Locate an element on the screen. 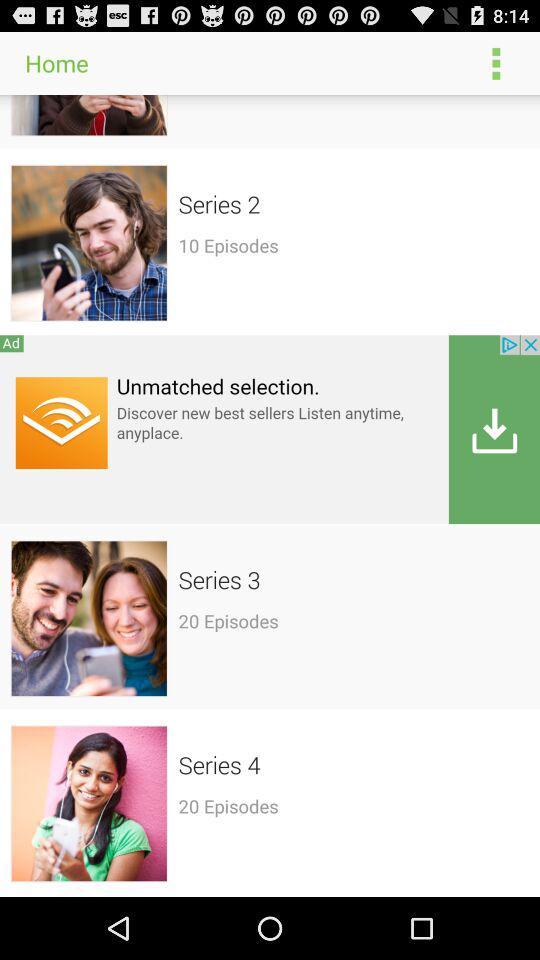 Image resolution: width=540 pixels, height=960 pixels. find out more is located at coordinates (270, 429).